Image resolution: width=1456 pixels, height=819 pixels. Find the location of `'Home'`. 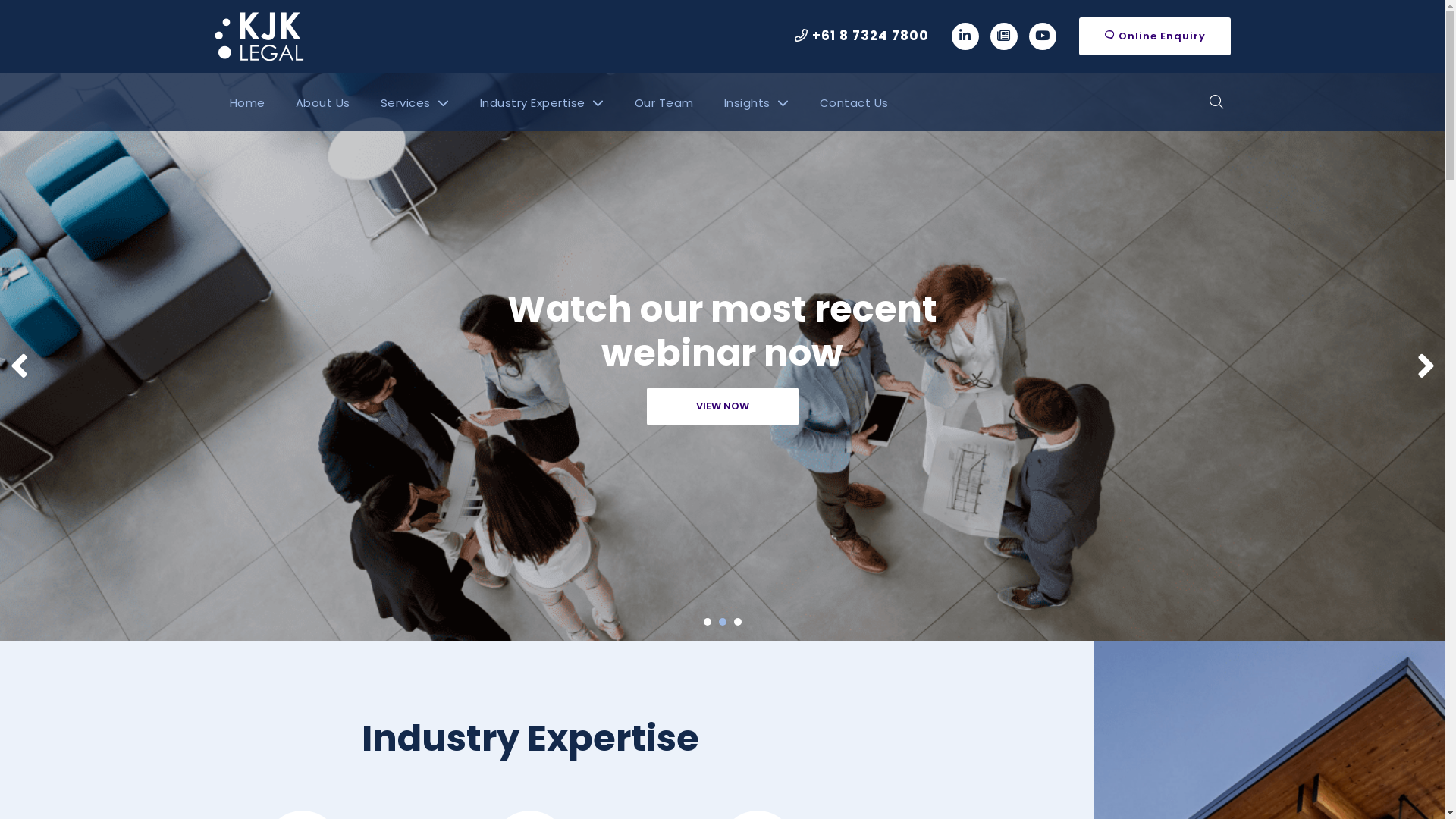

'Home' is located at coordinates (246, 102).